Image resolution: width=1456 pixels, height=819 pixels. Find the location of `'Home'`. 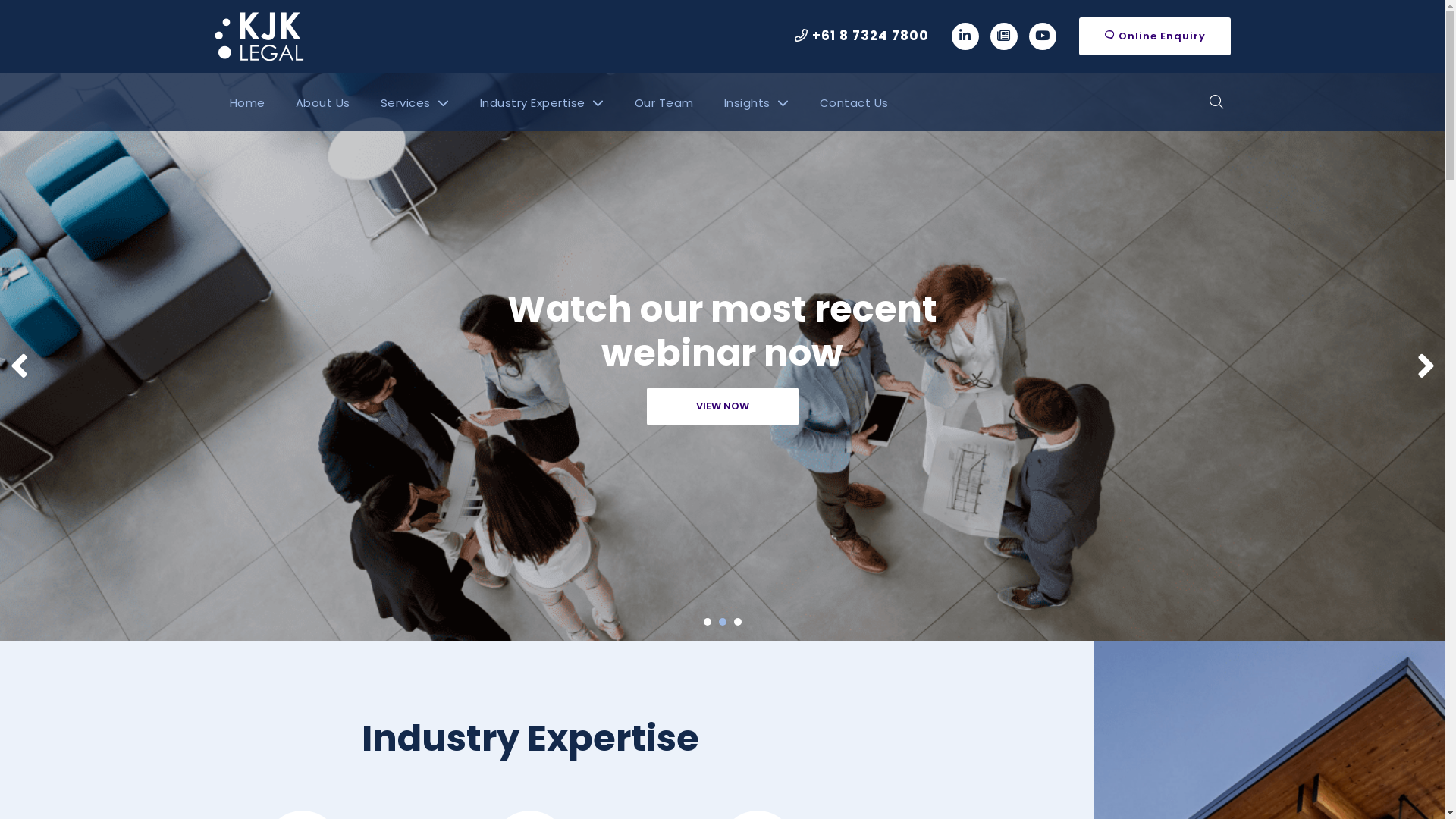

'Home' is located at coordinates (246, 102).